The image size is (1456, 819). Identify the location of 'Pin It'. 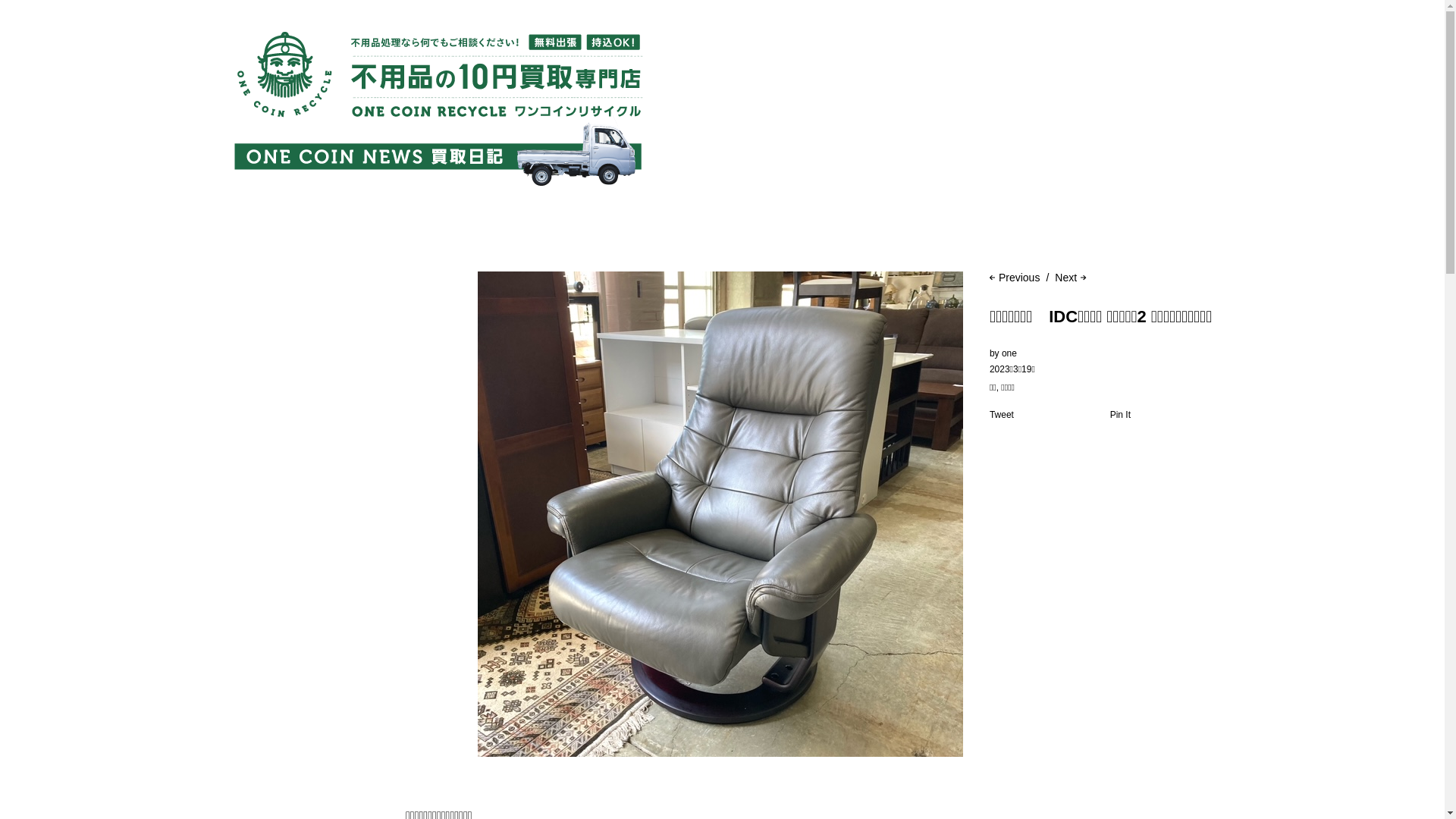
(1120, 415).